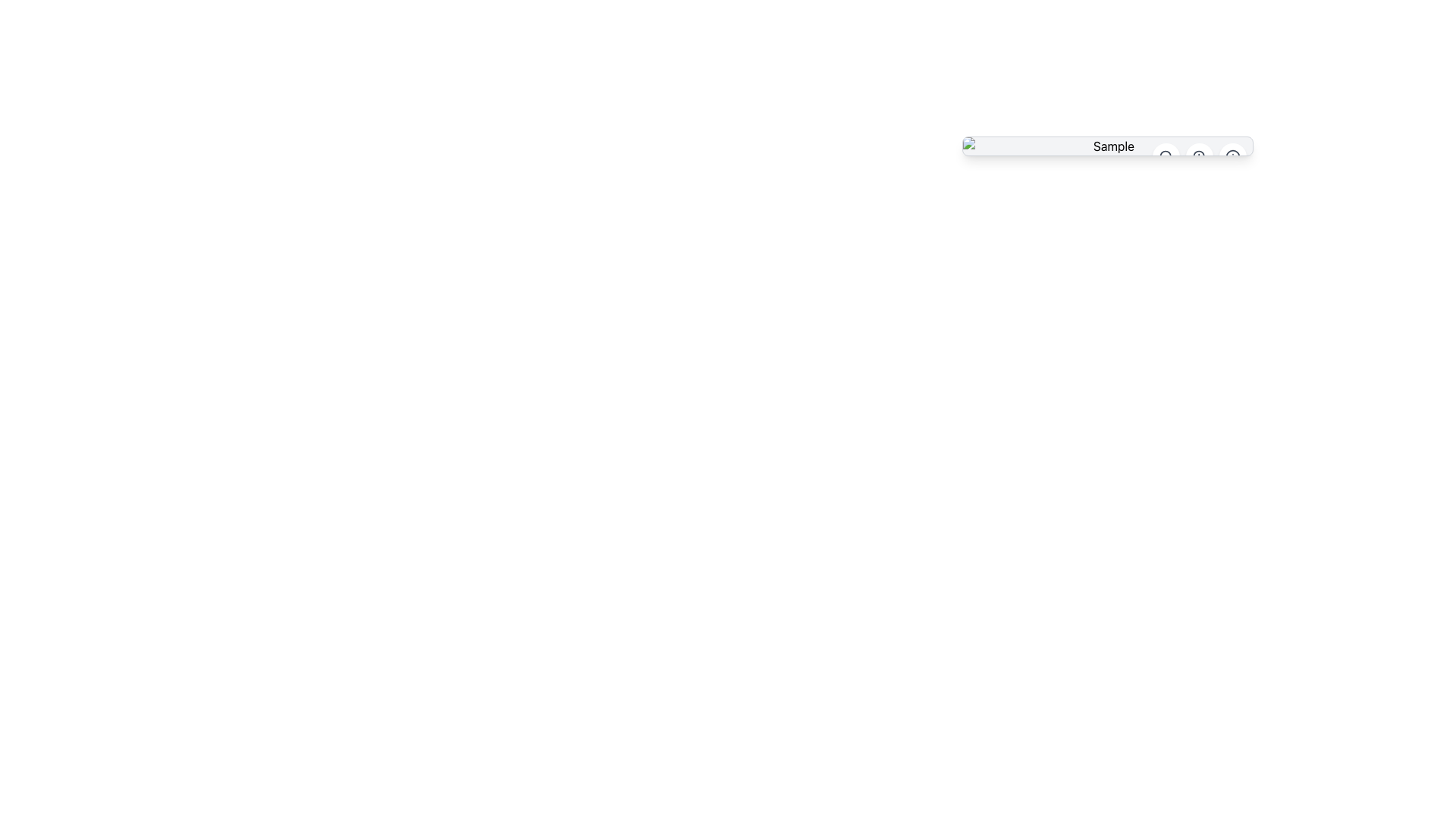 The height and width of the screenshot is (819, 1456). What do you see at coordinates (1233, 157) in the screenshot?
I see `the informational icon located on the right side of the horizontal bar` at bounding box center [1233, 157].